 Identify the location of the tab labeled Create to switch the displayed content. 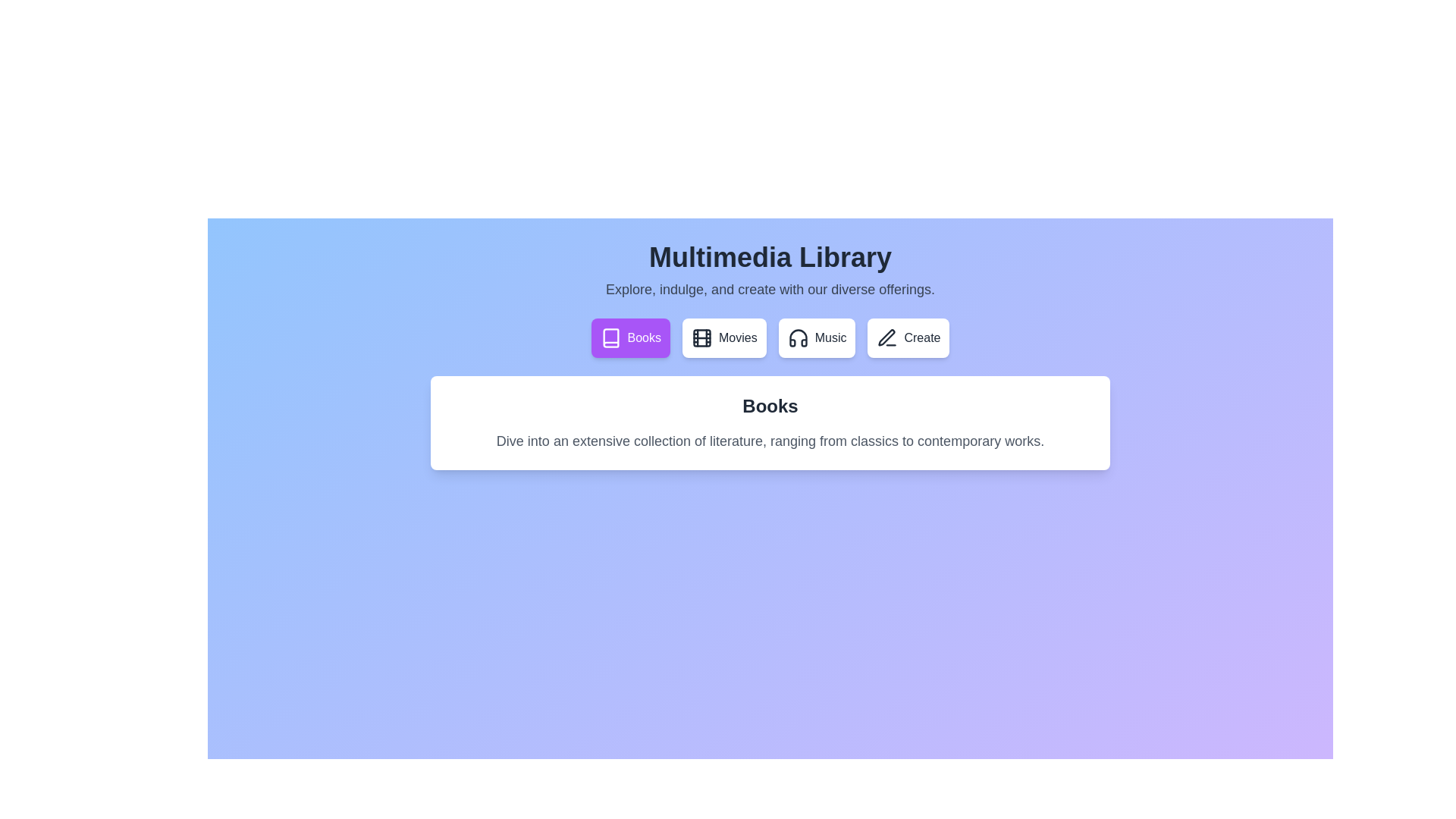
(908, 337).